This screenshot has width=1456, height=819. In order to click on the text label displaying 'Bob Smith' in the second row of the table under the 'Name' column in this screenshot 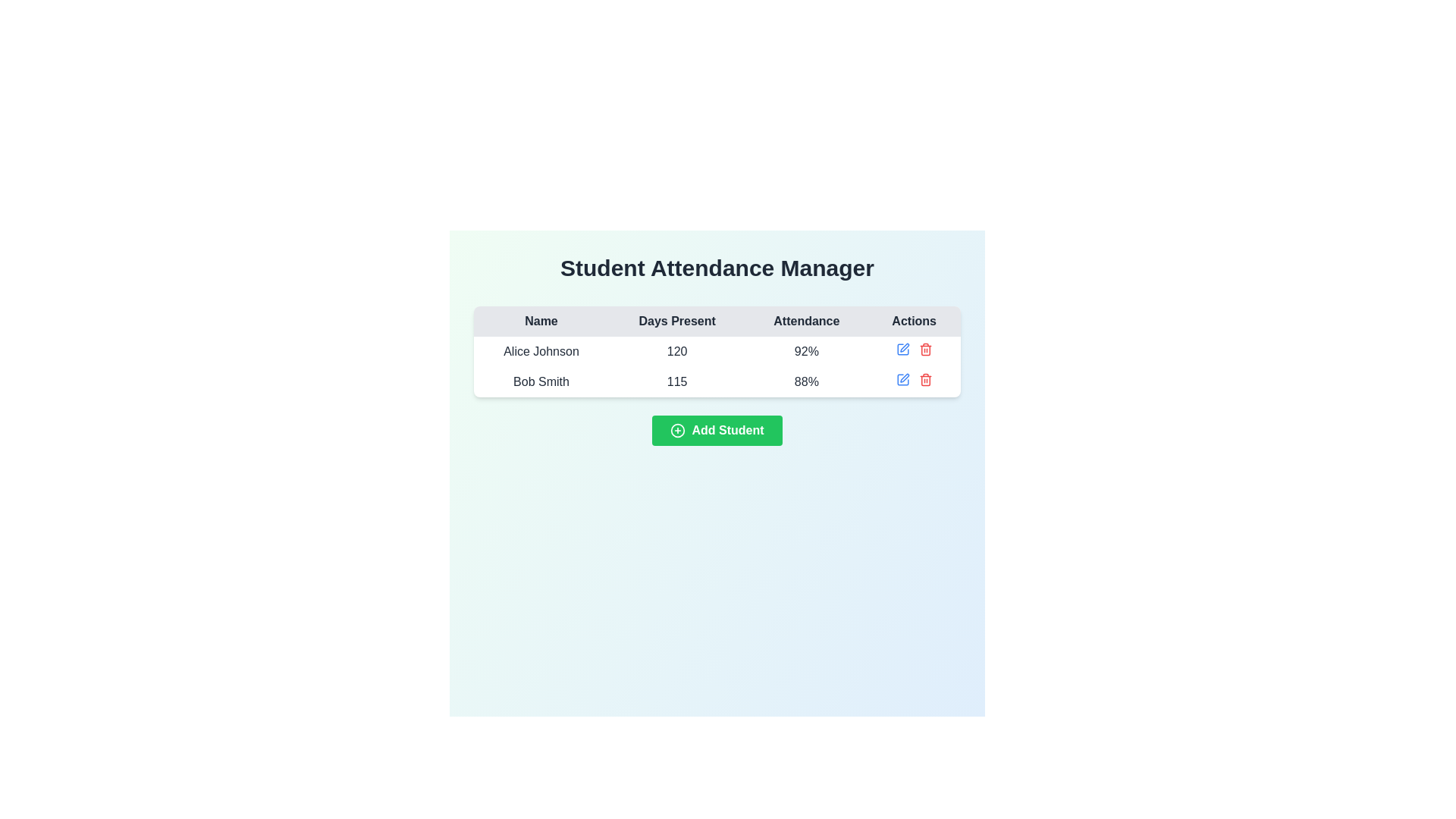, I will do `click(541, 381)`.